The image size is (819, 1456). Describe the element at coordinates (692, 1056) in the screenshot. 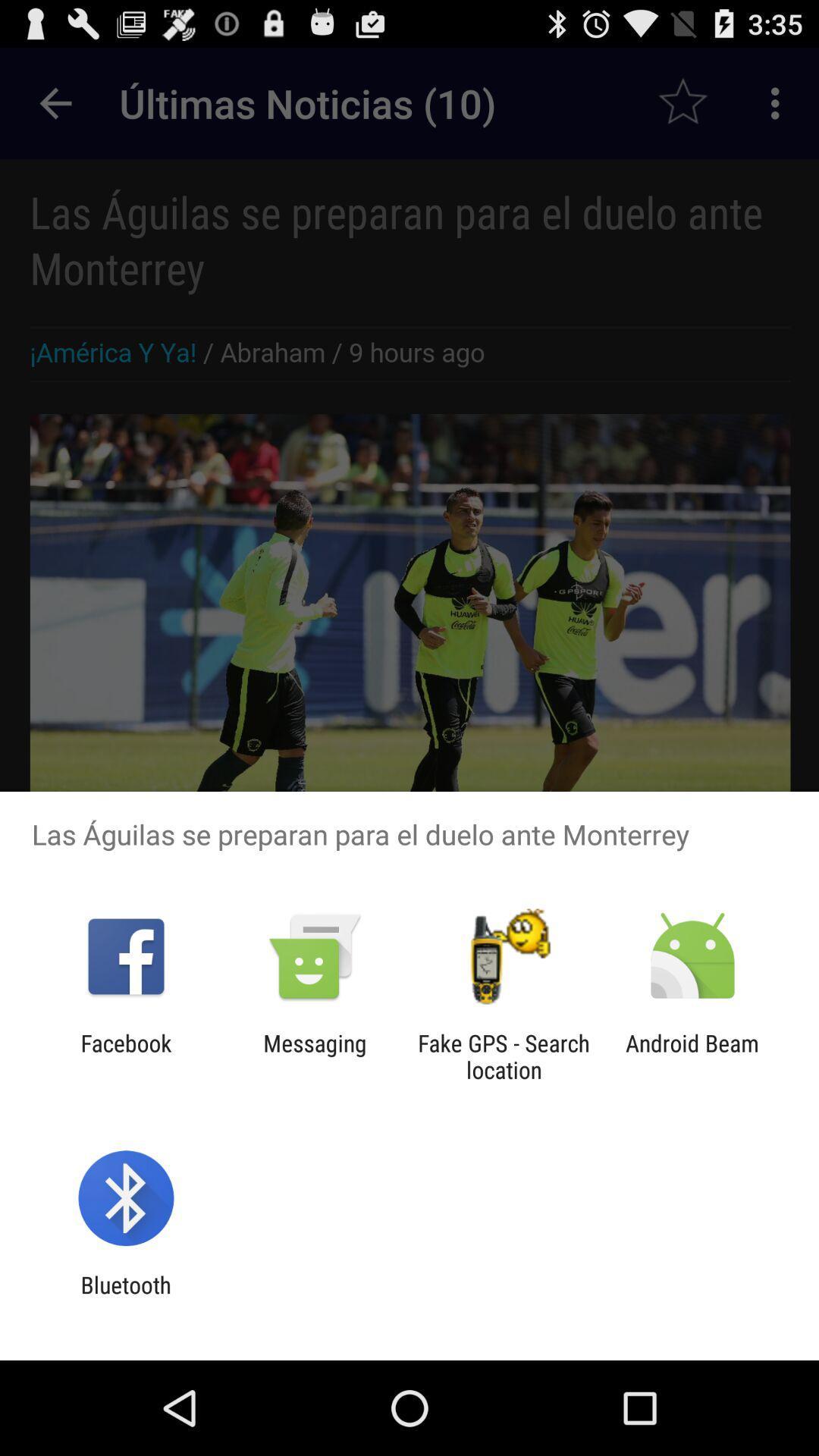

I see `the icon to the right of fake gps search app` at that location.